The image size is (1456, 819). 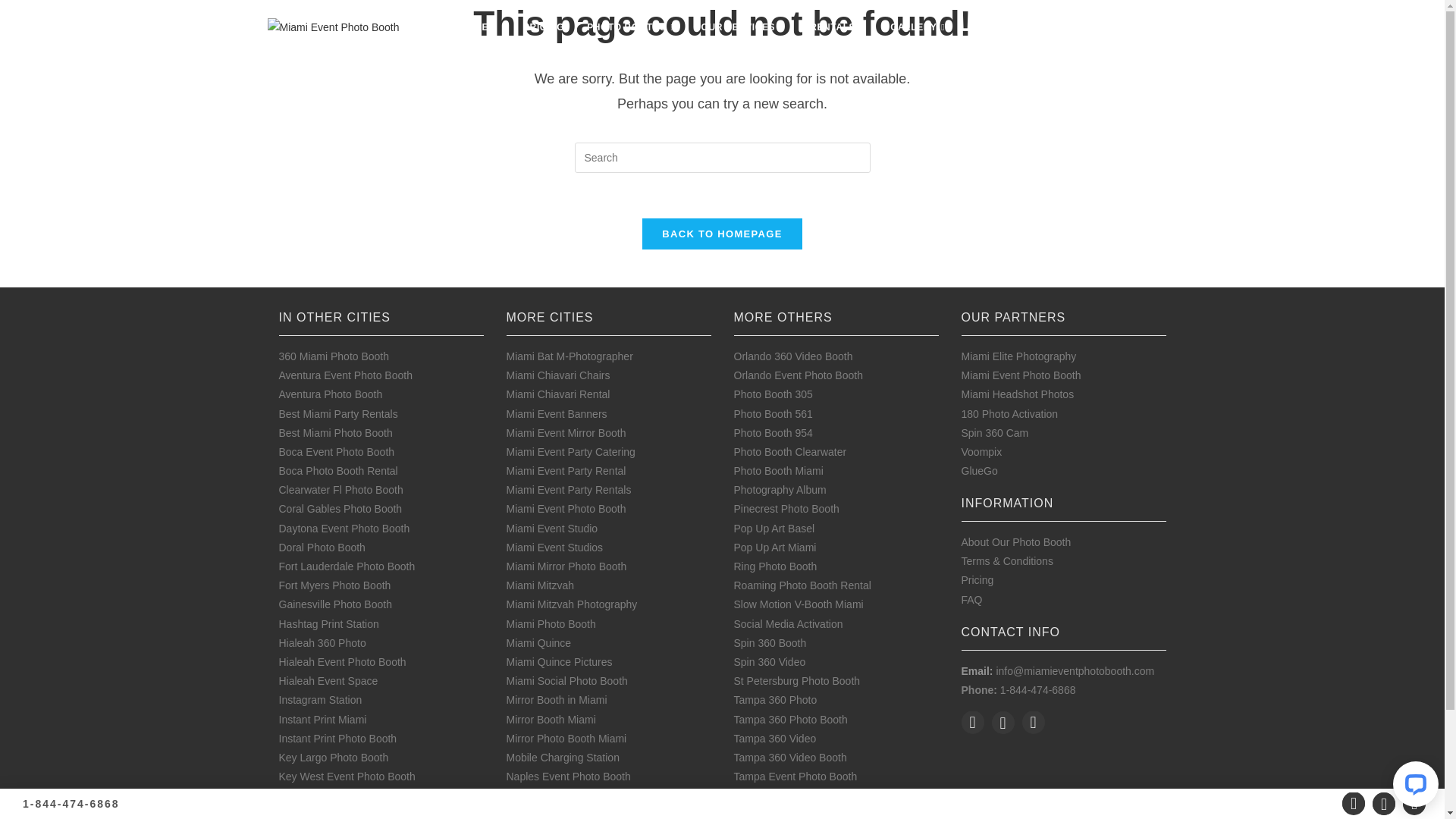 What do you see at coordinates (797, 375) in the screenshot?
I see `'Orlando Event Photo Booth'` at bounding box center [797, 375].